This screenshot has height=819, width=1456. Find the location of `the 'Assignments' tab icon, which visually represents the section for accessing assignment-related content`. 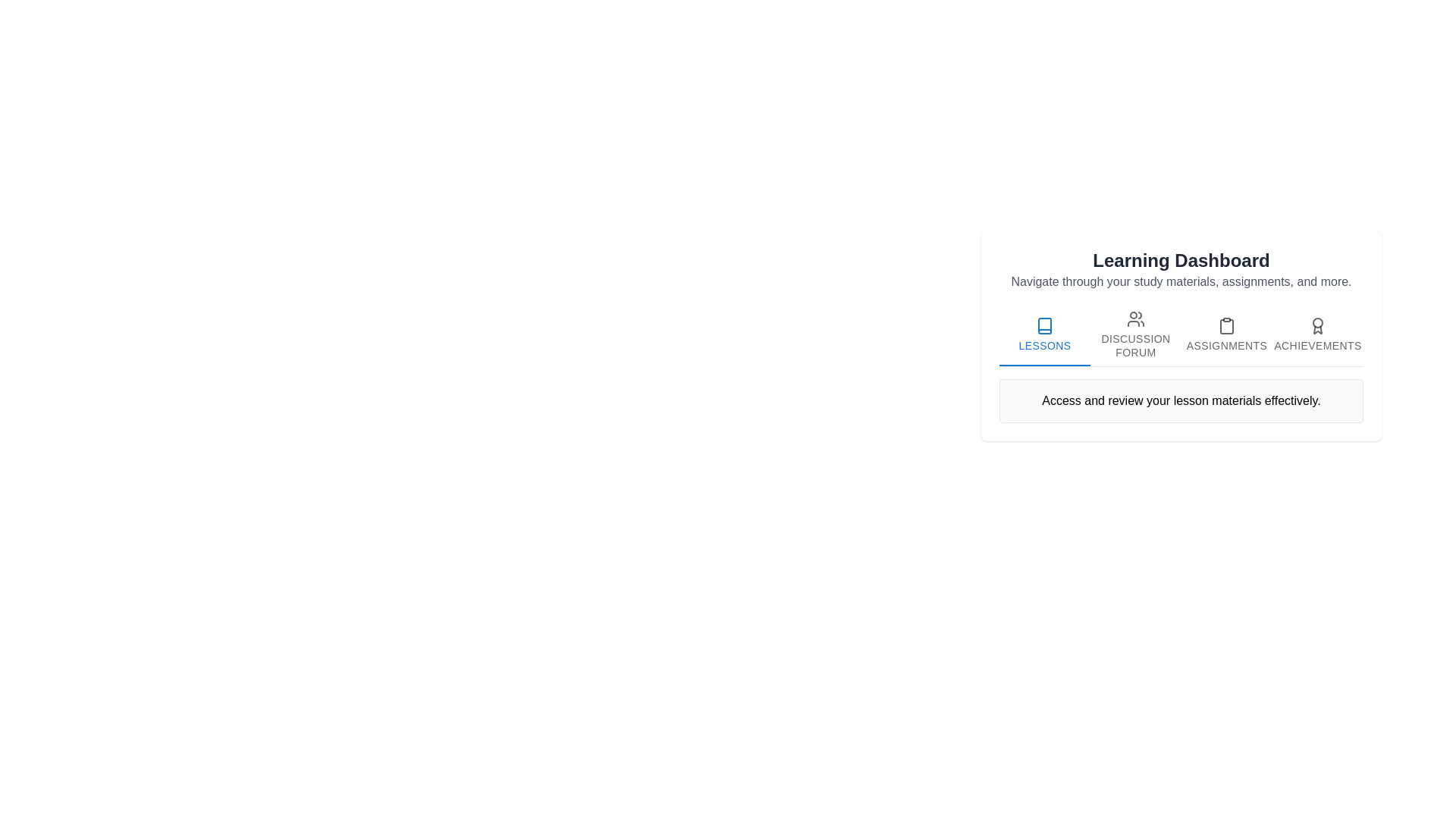

the 'Assignments' tab icon, which visually represents the section for accessing assignment-related content is located at coordinates (1226, 324).